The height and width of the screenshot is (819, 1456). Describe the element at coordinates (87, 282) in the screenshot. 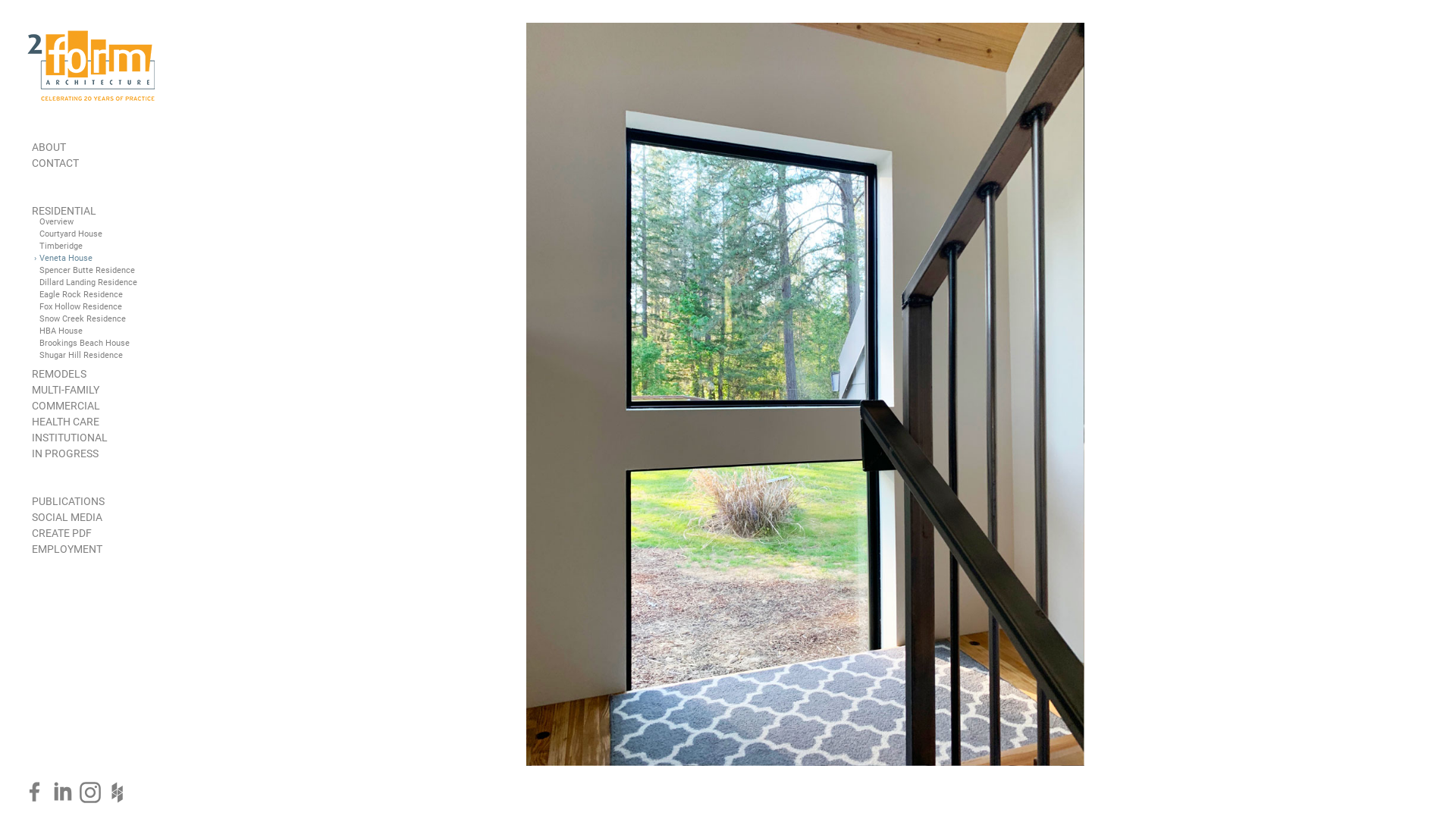

I see `'Dillard Landing Residence'` at that location.